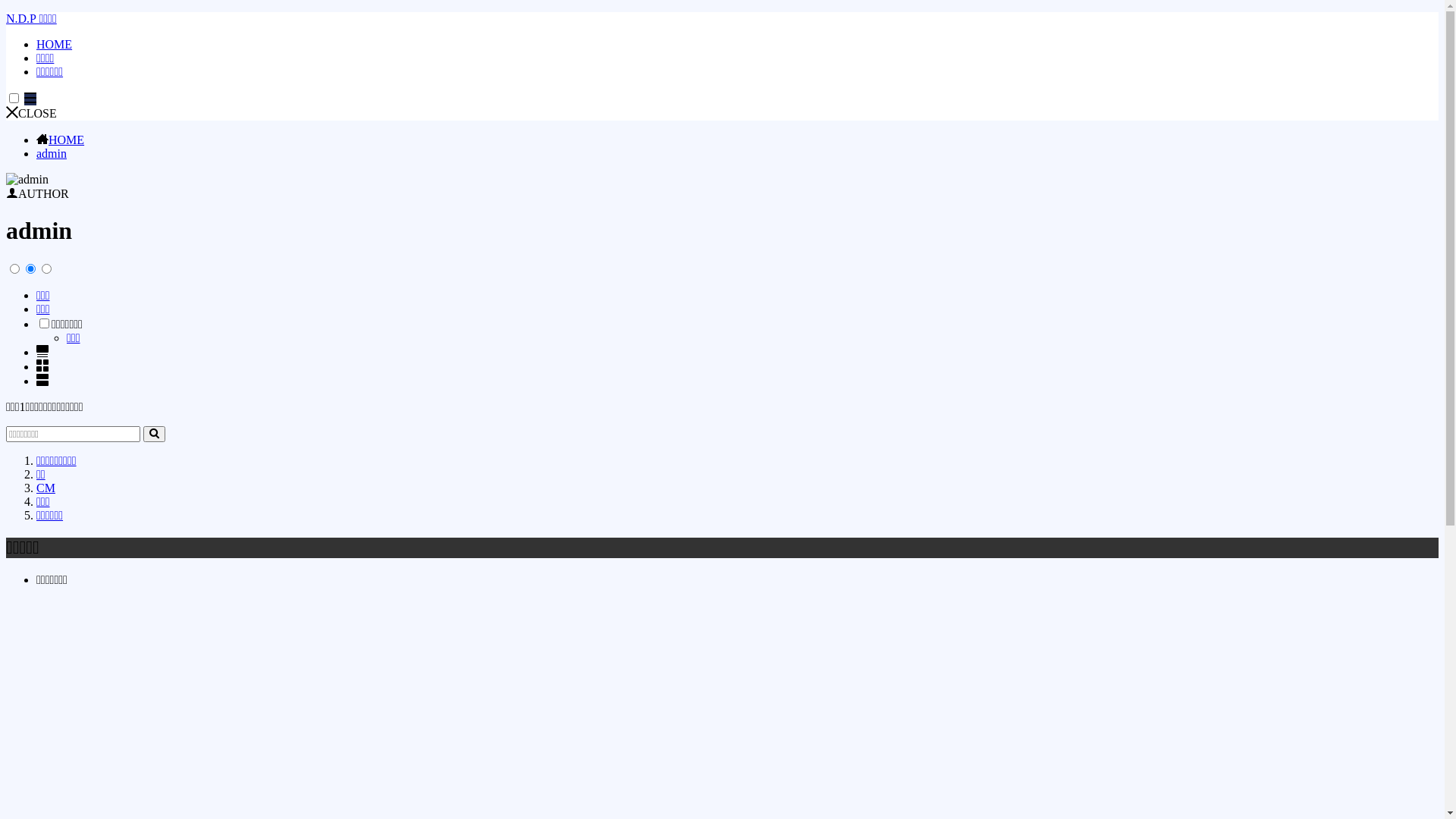 The width and height of the screenshot is (1456, 819). I want to click on 'admin', so click(36, 153).